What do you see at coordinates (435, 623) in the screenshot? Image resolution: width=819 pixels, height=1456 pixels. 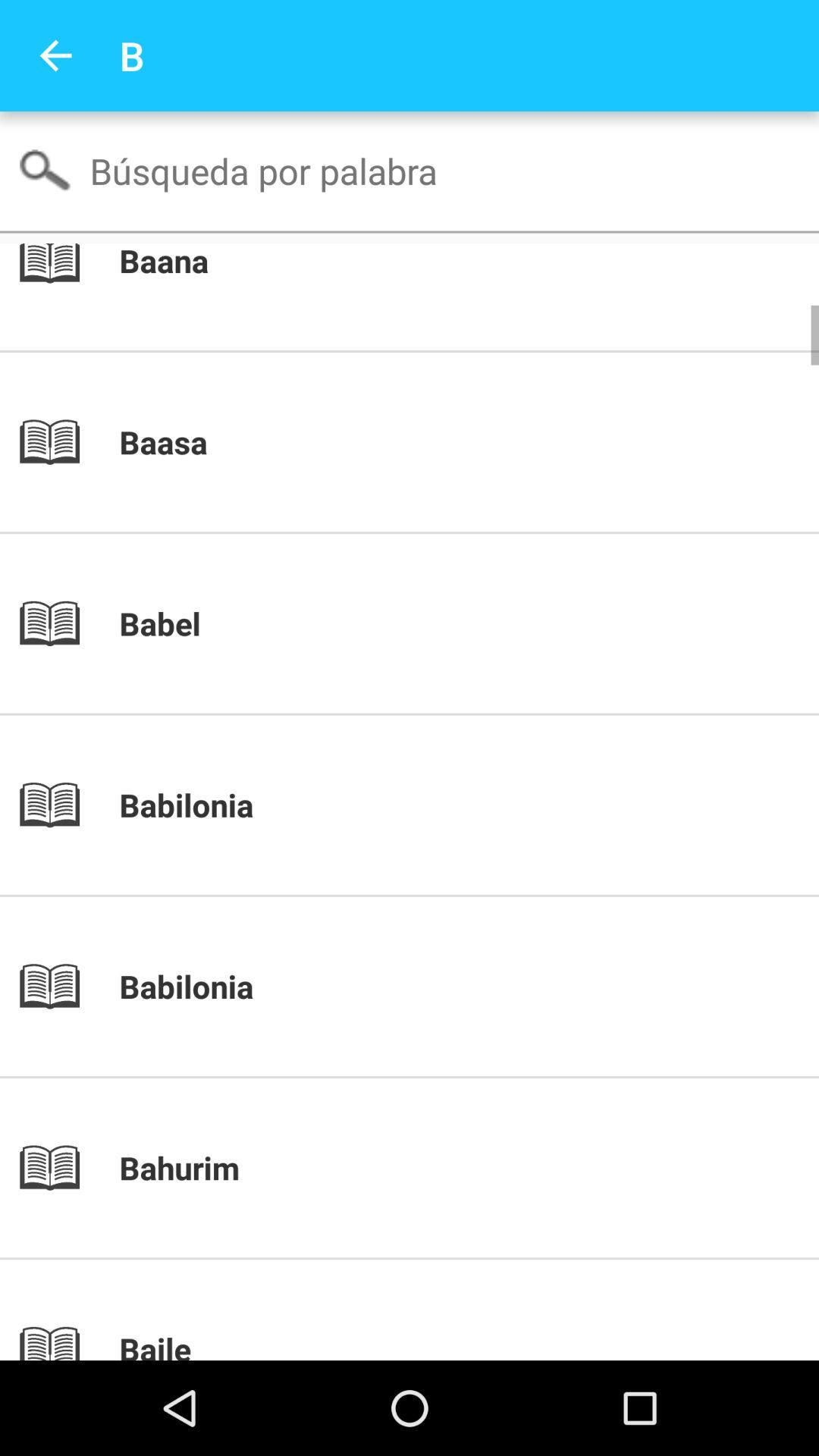 I see `the babel app` at bounding box center [435, 623].